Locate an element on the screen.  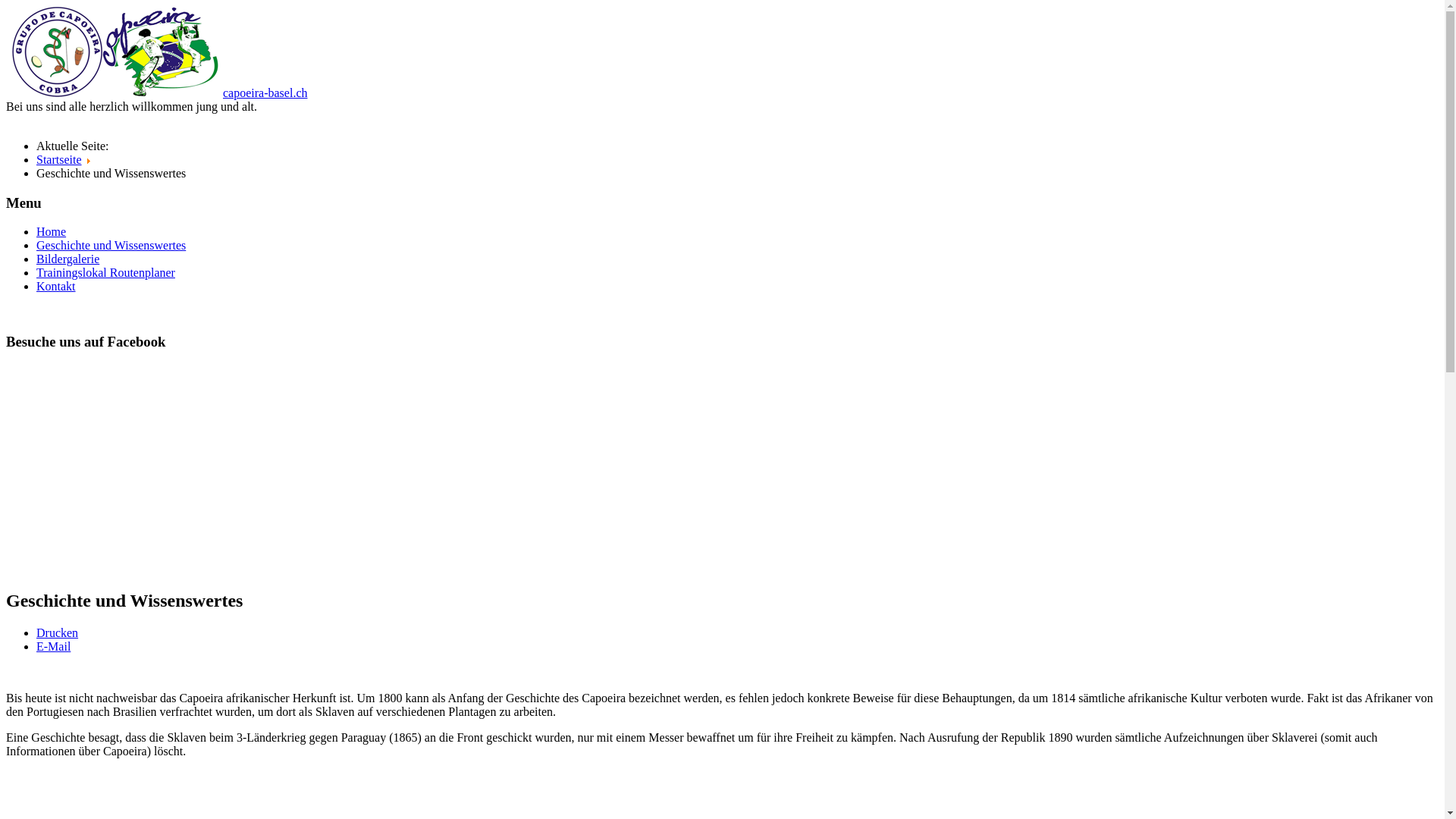
'Trainingslokal Routenplaner' is located at coordinates (105, 271).